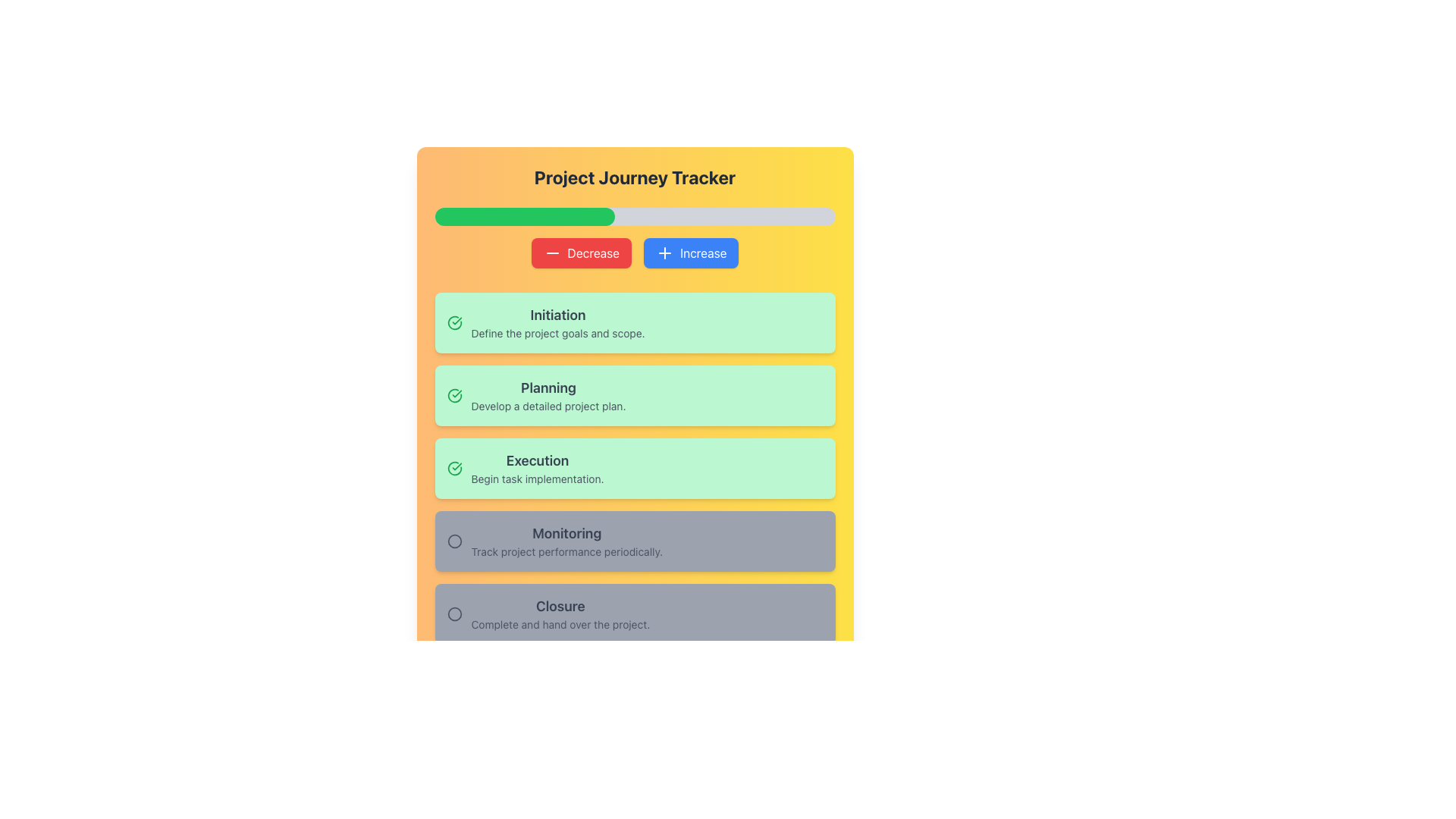  What do you see at coordinates (453, 394) in the screenshot?
I see `the green circular icon with a smaller green checkmark in the 'Planning' section of the task status indicators list` at bounding box center [453, 394].